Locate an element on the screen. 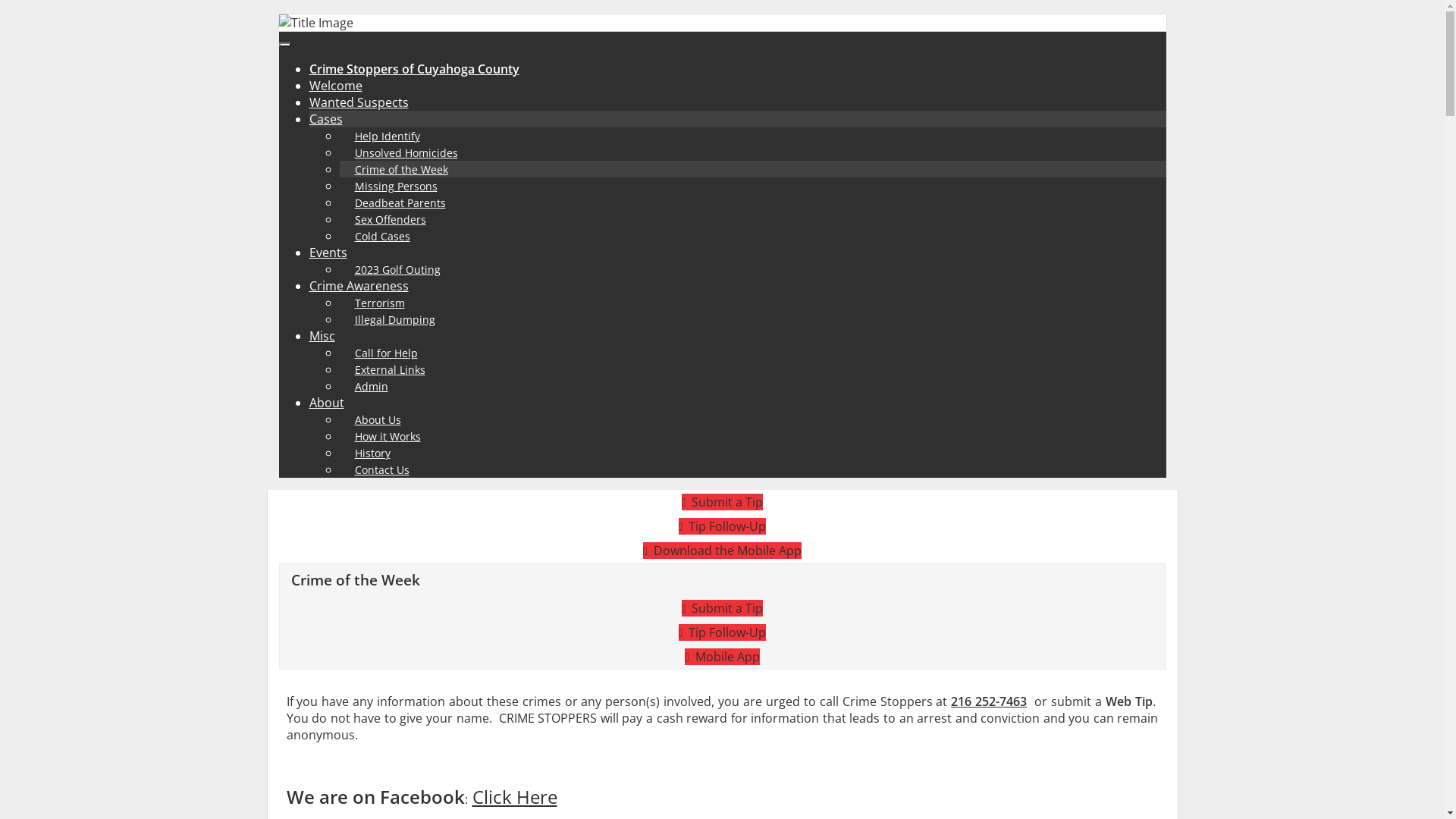 The image size is (1456, 819). 'Click Here' is located at coordinates (513, 795).